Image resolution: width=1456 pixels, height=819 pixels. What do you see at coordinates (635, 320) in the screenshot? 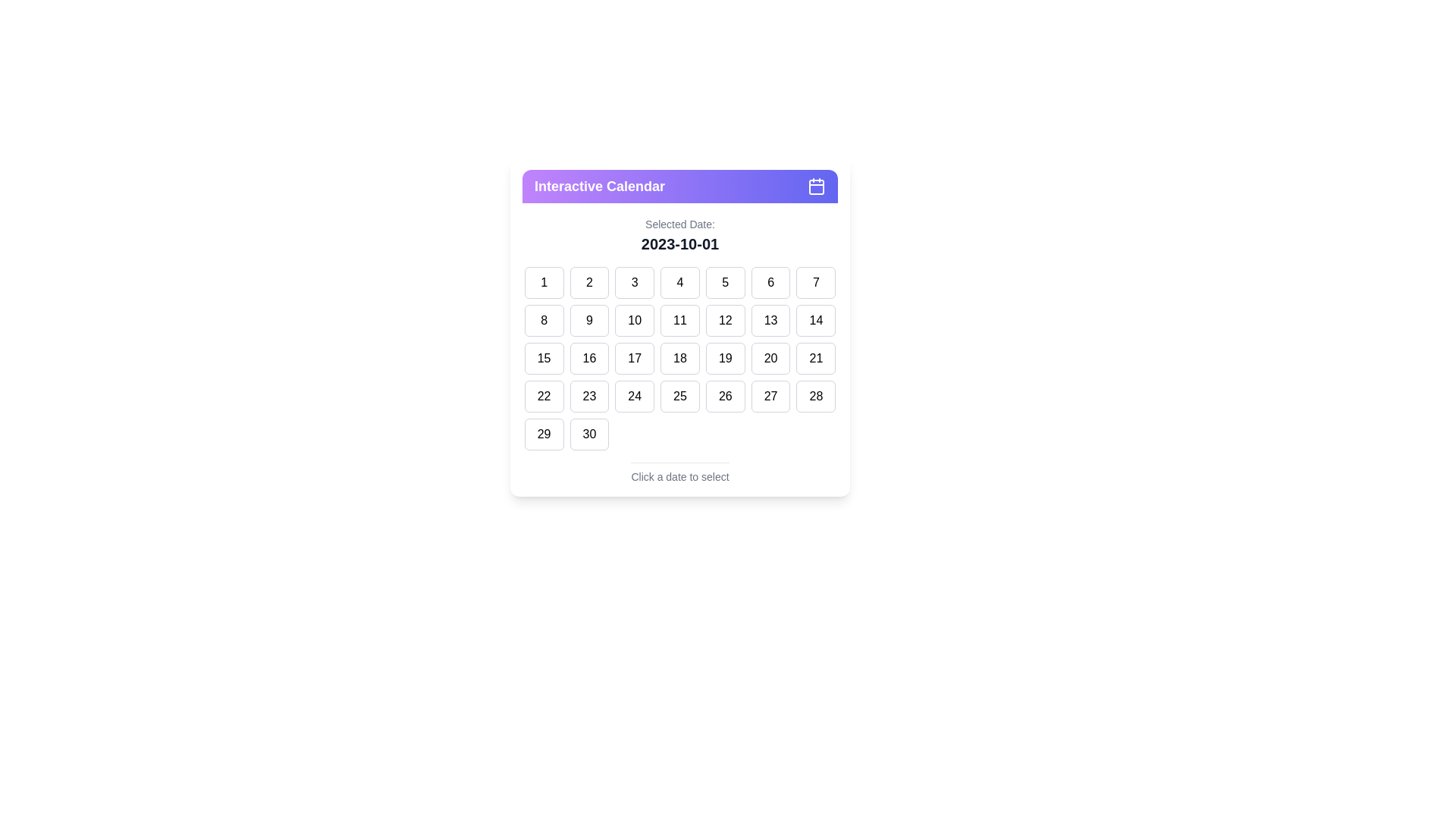
I see `the button representing the 10th day on the calendar located in the second row and third column of the grid` at bounding box center [635, 320].